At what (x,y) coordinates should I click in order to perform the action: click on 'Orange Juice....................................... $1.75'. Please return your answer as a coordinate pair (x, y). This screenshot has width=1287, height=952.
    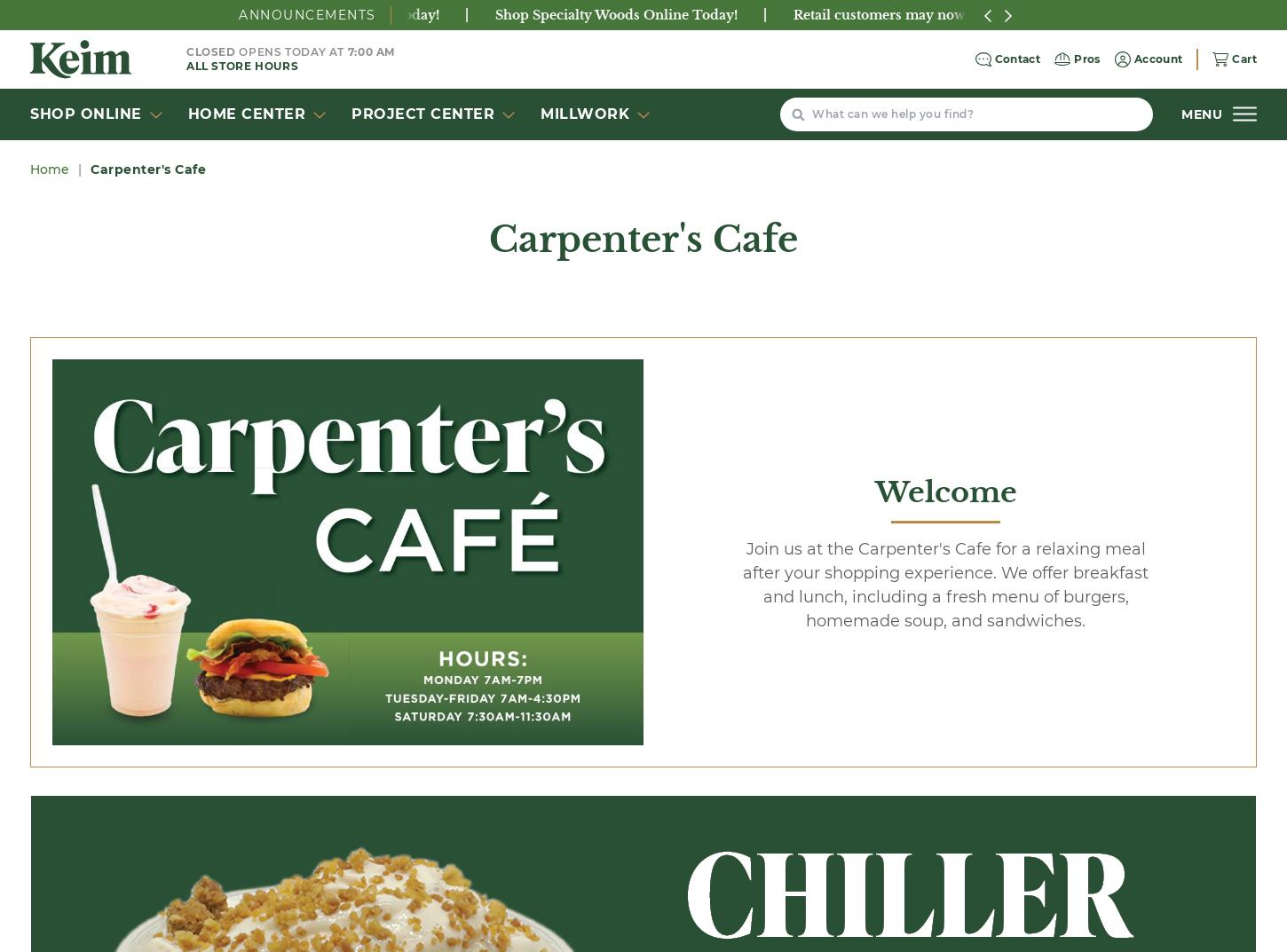
    Looking at the image, I should click on (457, 248).